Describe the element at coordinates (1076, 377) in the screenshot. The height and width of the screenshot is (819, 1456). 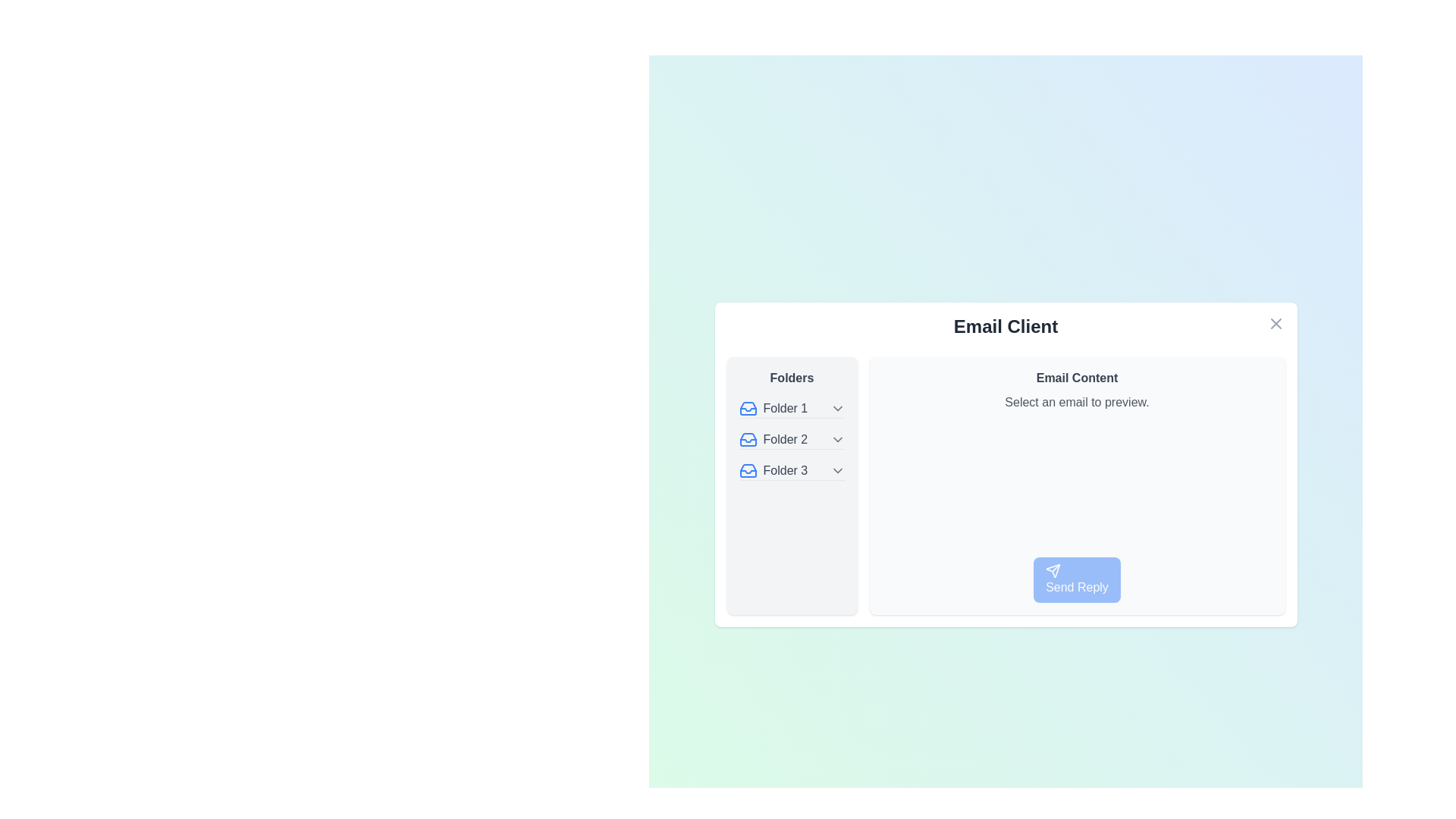
I see `the static header text label that introduces the email content preview area, located centrally above the text 'Select an email` at that location.